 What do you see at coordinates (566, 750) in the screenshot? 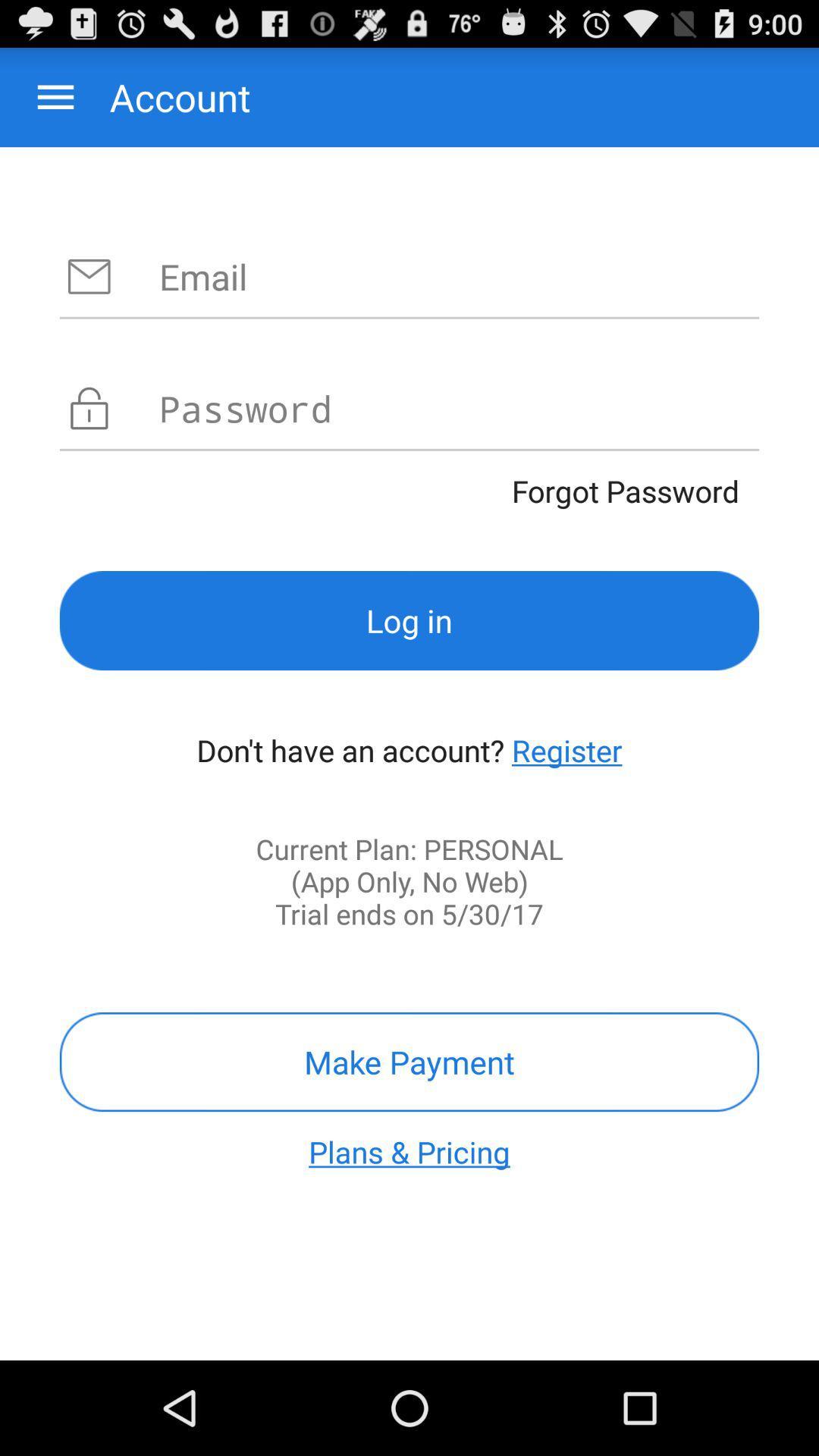
I see `the icon to the right of the don t have app` at bounding box center [566, 750].